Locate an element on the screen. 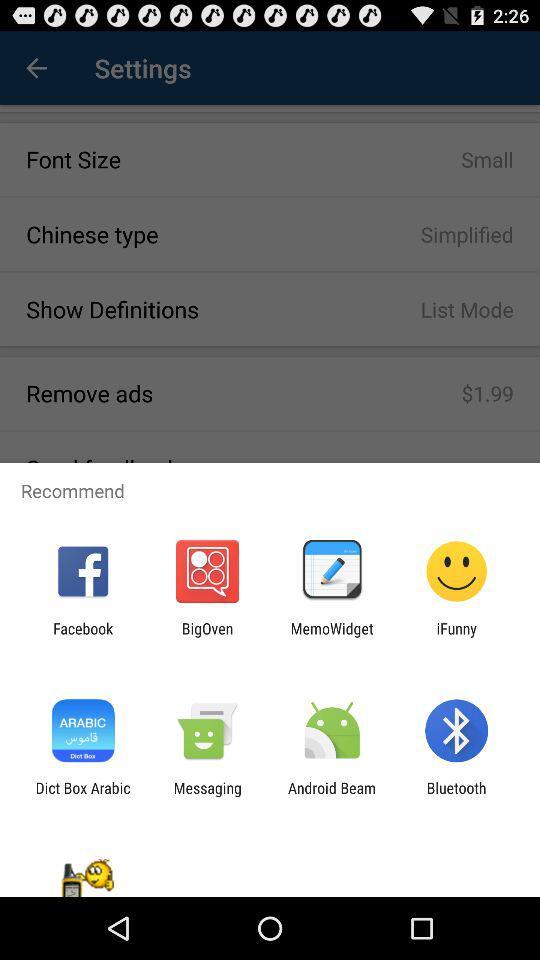  app to the left of ifunny icon is located at coordinates (332, 636).